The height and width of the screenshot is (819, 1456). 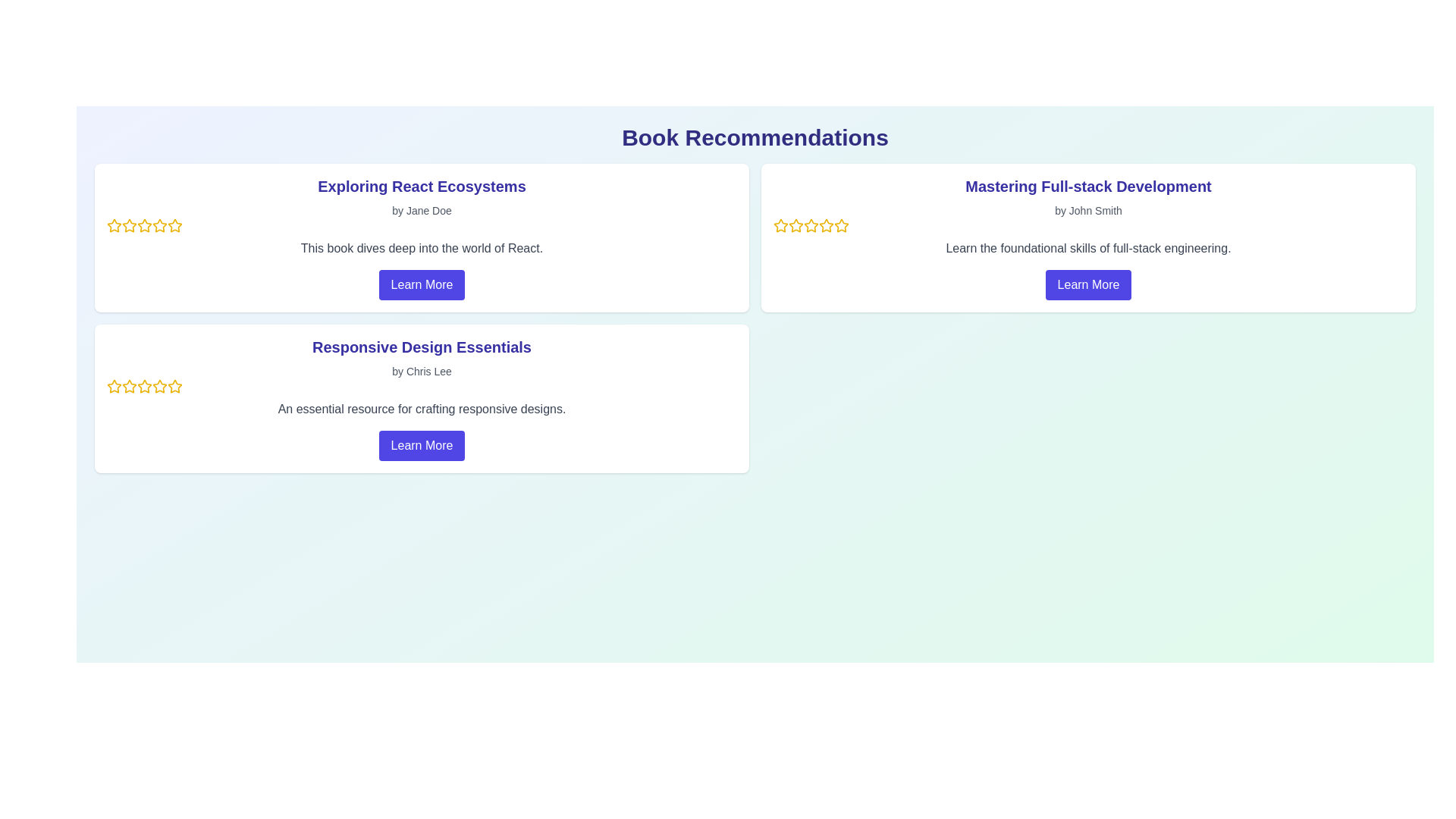 What do you see at coordinates (160, 385) in the screenshot?
I see `the second yellow star icon in the rating system under the header 'Responsive Design Essentials'` at bounding box center [160, 385].